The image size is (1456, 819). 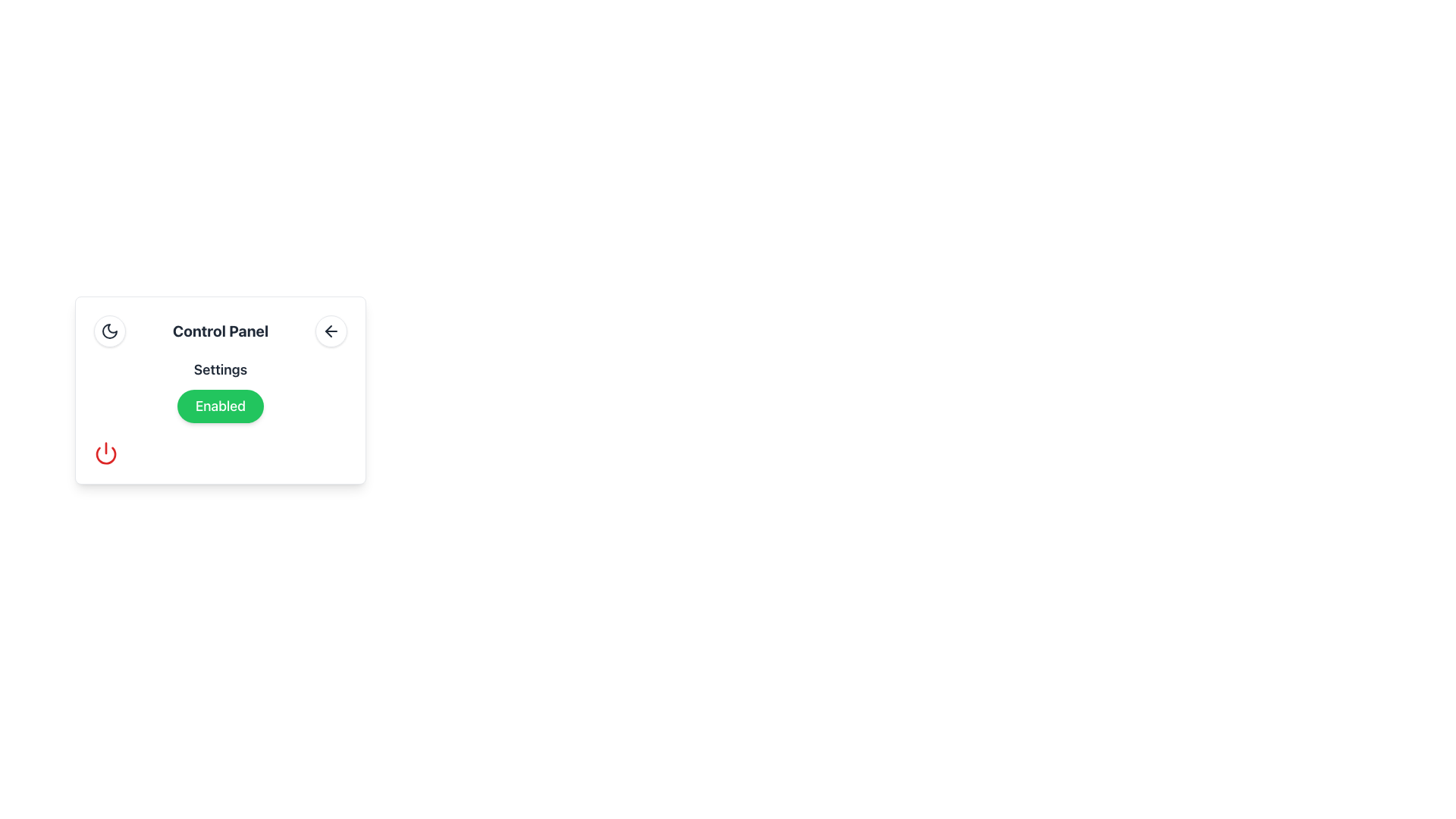 What do you see at coordinates (220, 390) in the screenshot?
I see `the 'Enabled' button located within the 'Control Panel' card component` at bounding box center [220, 390].